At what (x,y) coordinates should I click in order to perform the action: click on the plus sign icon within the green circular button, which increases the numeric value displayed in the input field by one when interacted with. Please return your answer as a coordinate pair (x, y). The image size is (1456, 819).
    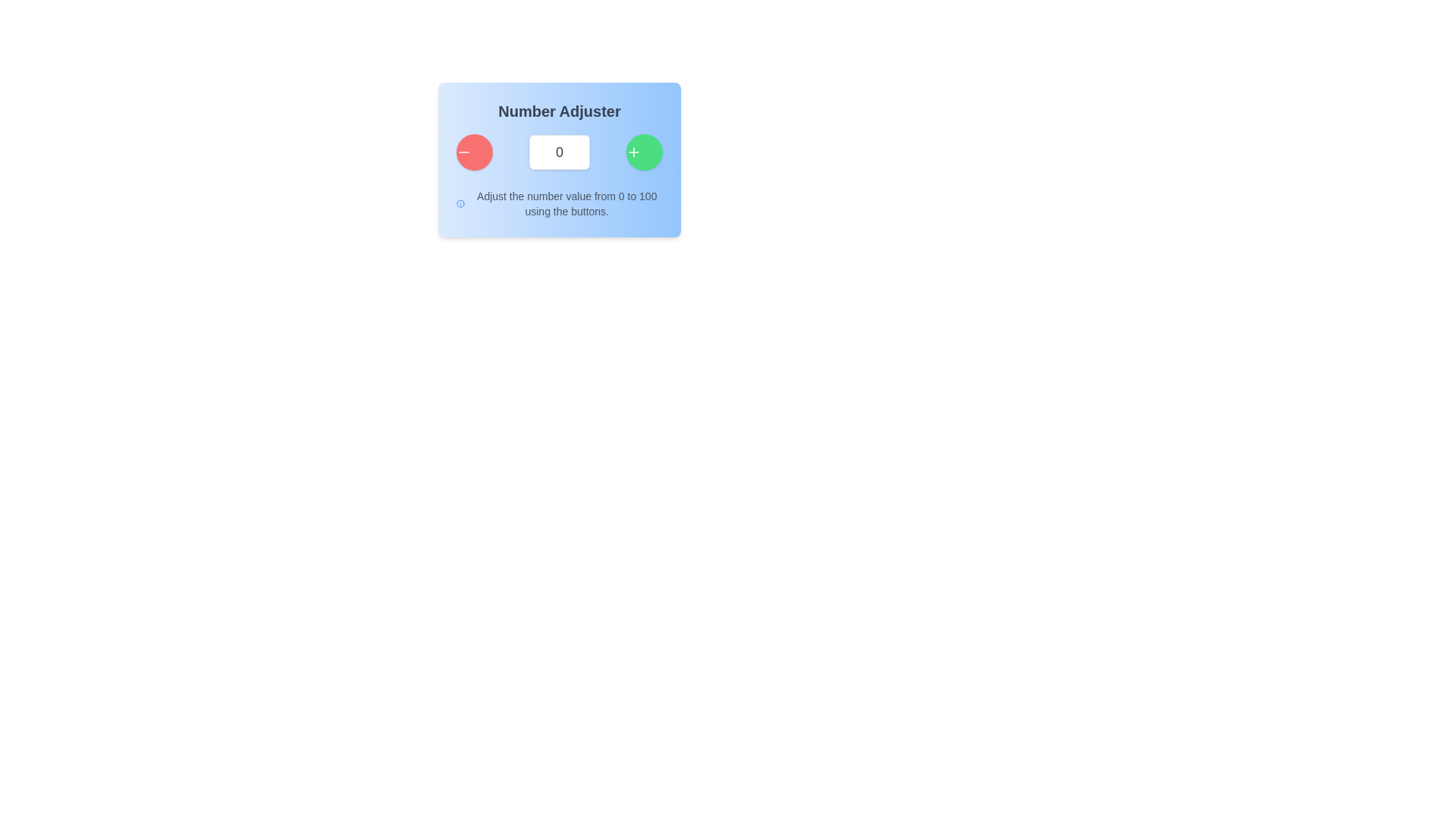
    Looking at the image, I should click on (633, 152).